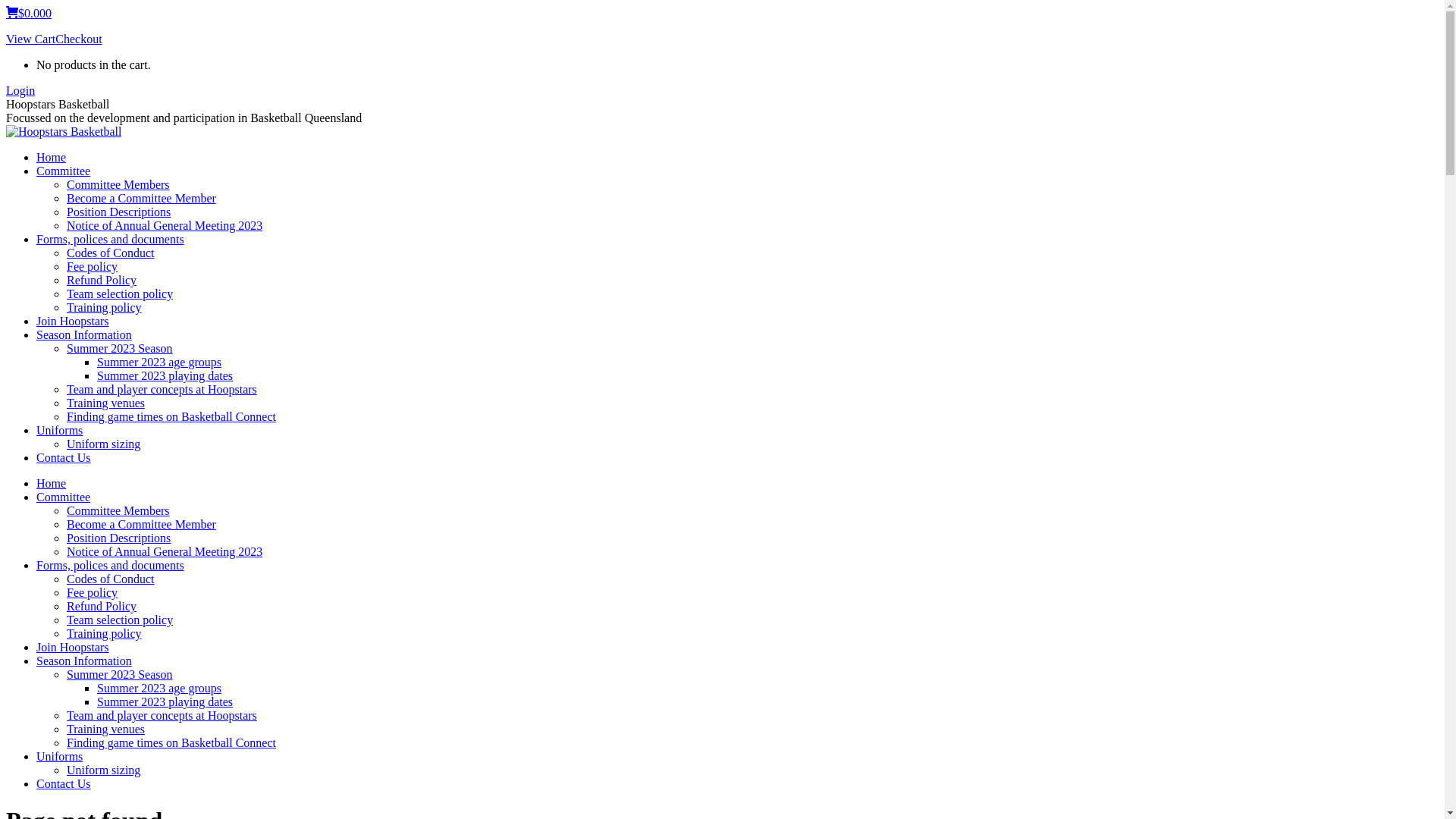  Describe the element at coordinates (65, 252) in the screenshot. I see `'Codes of Conduct'` at that location.